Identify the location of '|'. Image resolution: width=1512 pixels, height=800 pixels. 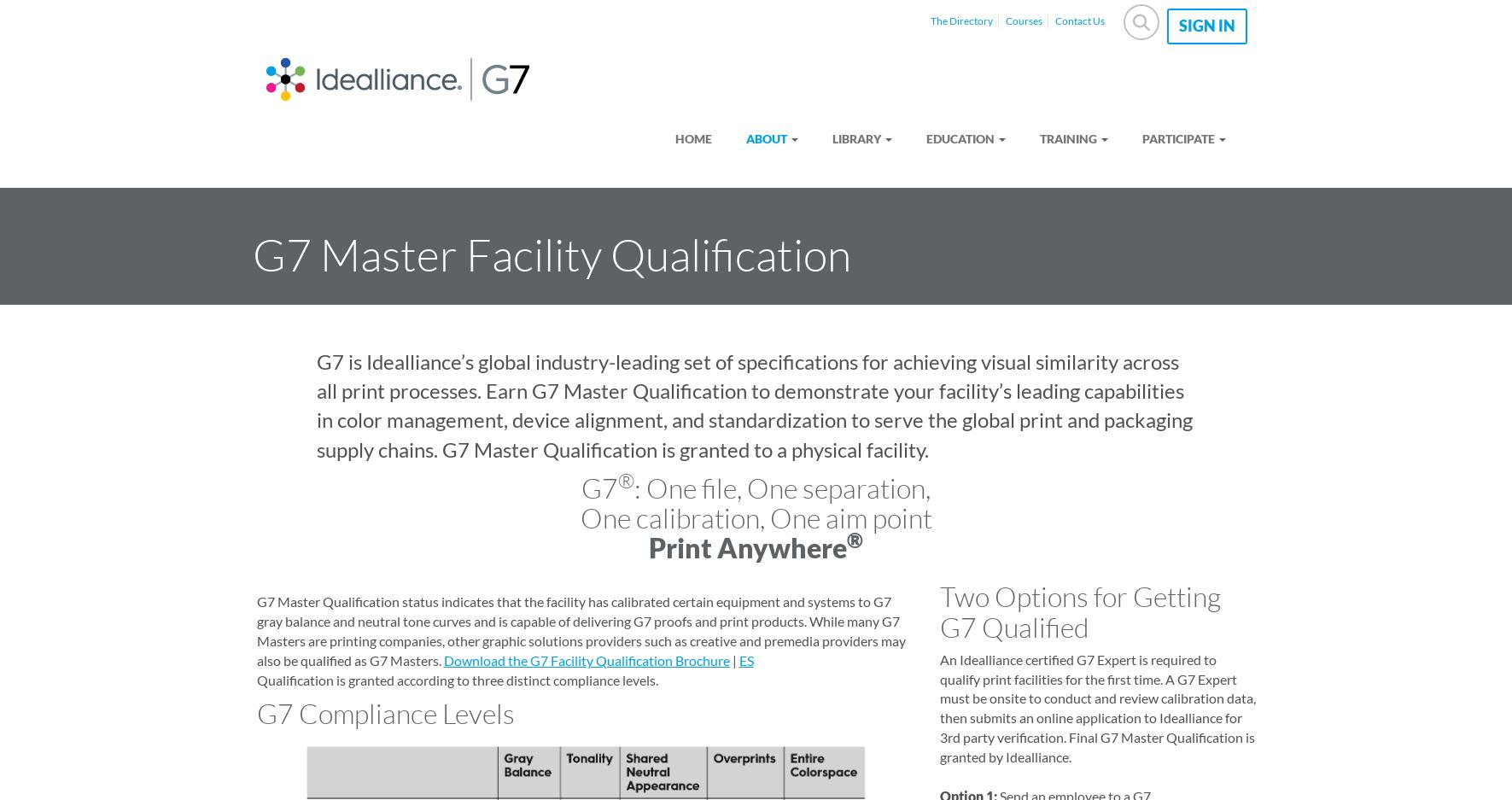
(727, 659).